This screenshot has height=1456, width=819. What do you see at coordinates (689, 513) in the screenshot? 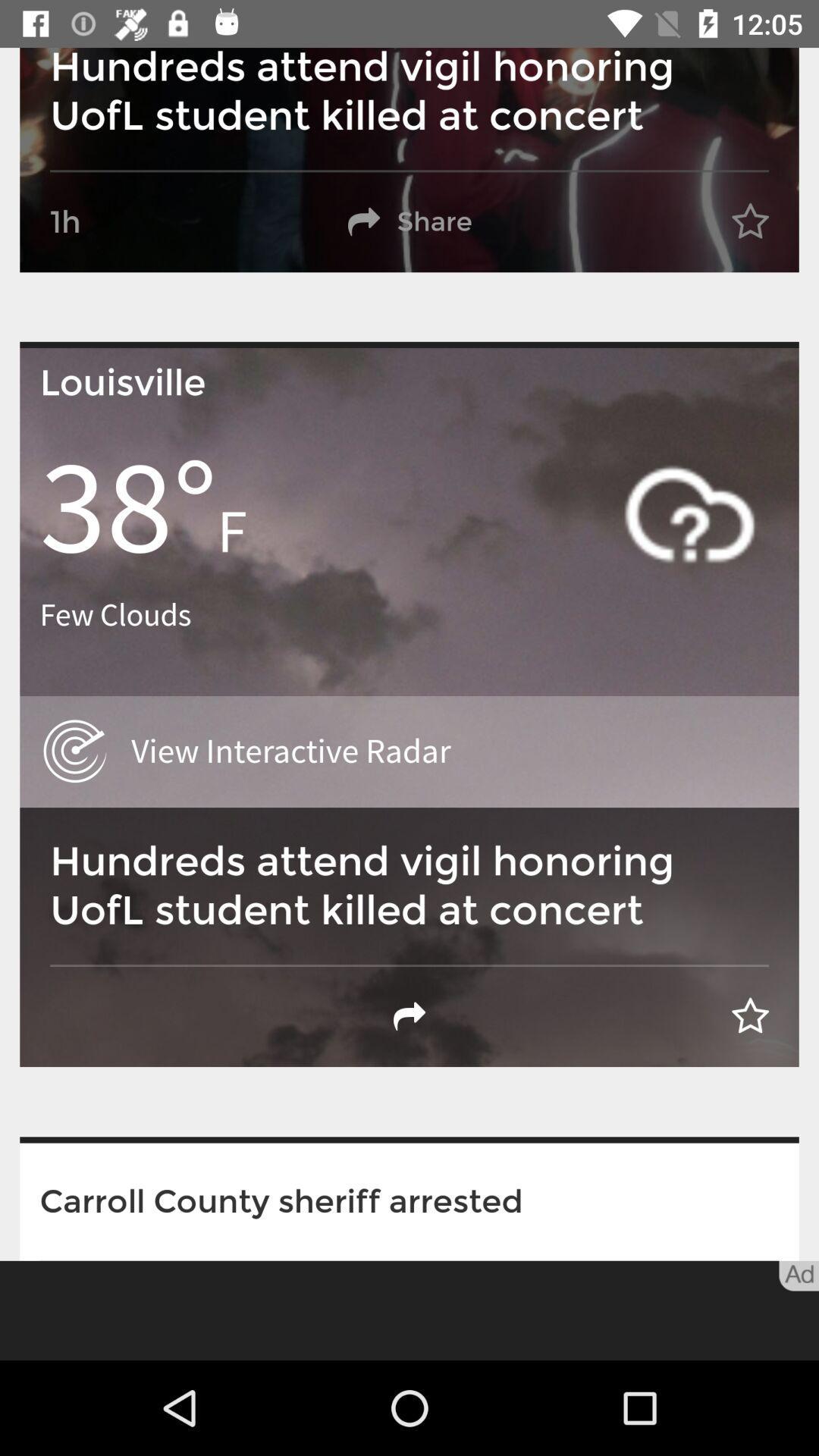
I see `the icon containing  mark` at bounding box center [689, 513].